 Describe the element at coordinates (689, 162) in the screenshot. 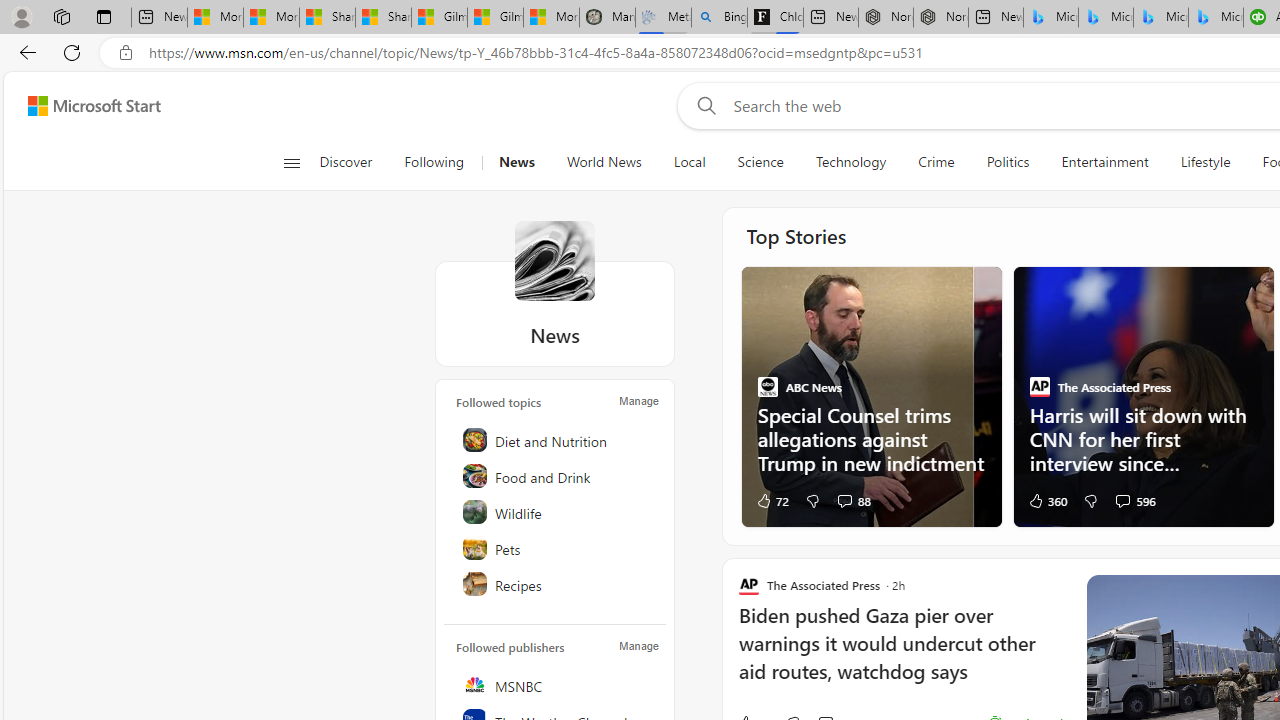

I see `'Local'` at that location.